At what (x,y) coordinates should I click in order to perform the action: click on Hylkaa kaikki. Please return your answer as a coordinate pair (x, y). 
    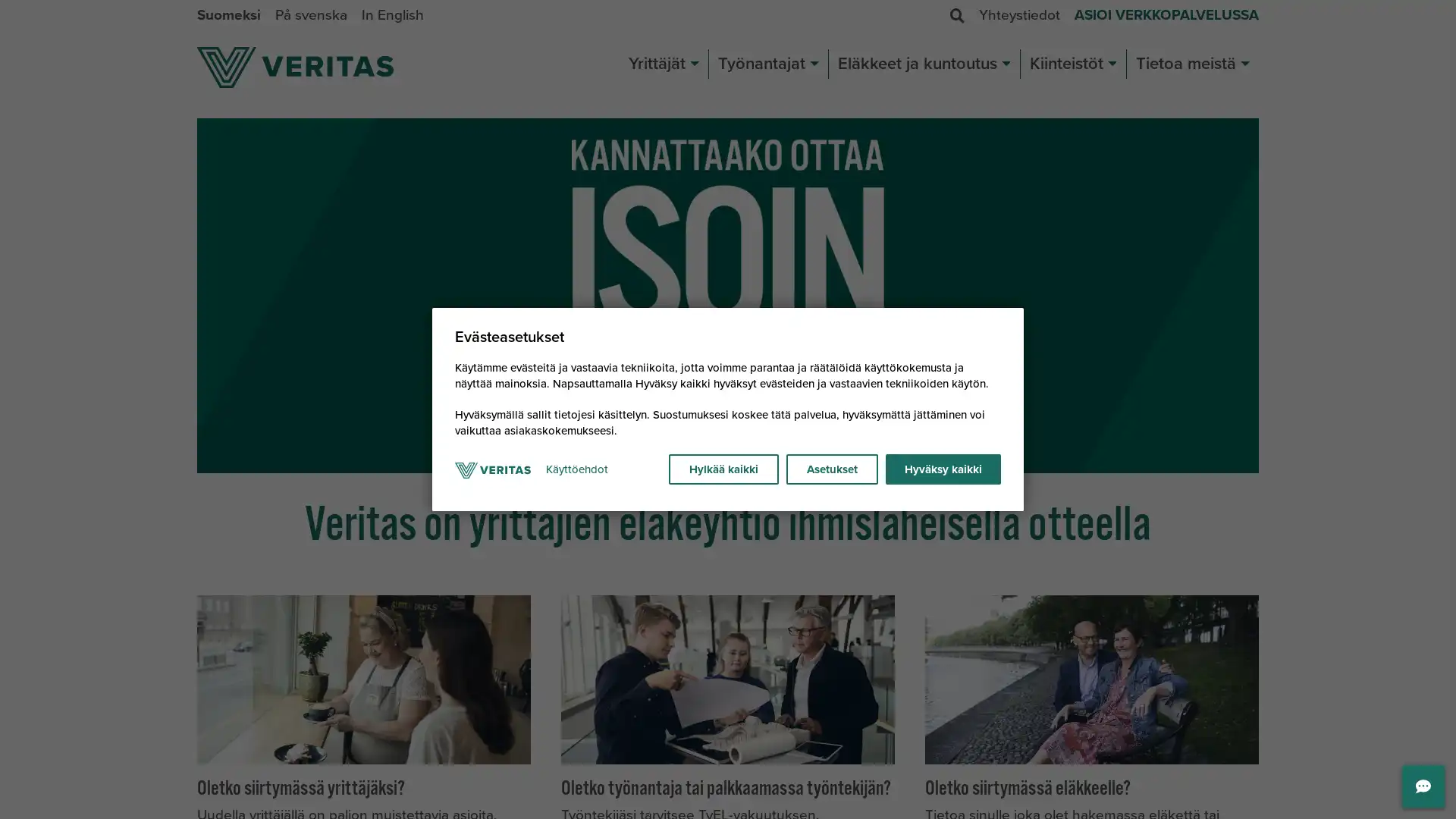
    Looking at the image, I should click on (723, 468).